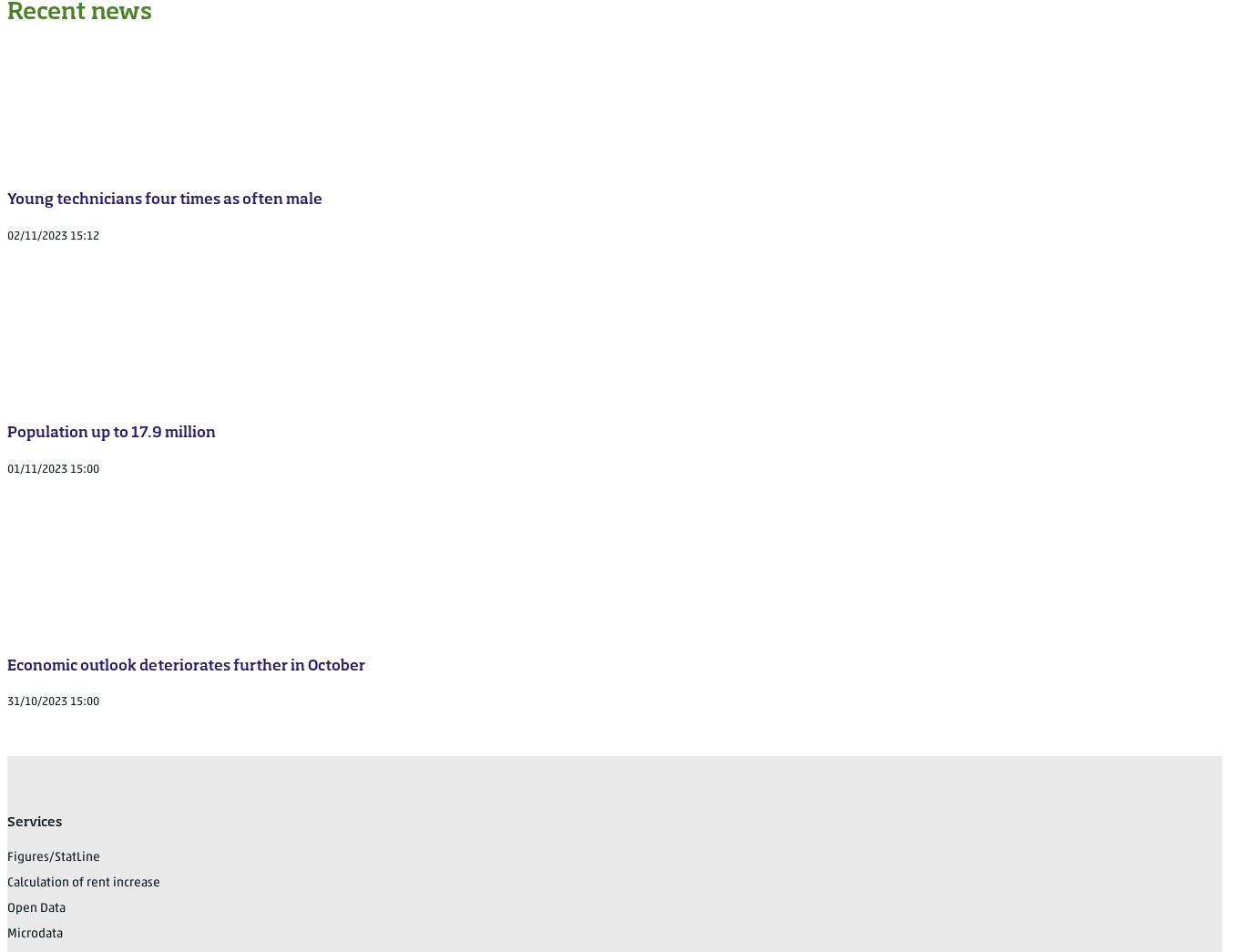 Image resolution: width=1236 pixels, height=952 pixels. I want to click on '31/10/2023 15:00', so click(6, 701).